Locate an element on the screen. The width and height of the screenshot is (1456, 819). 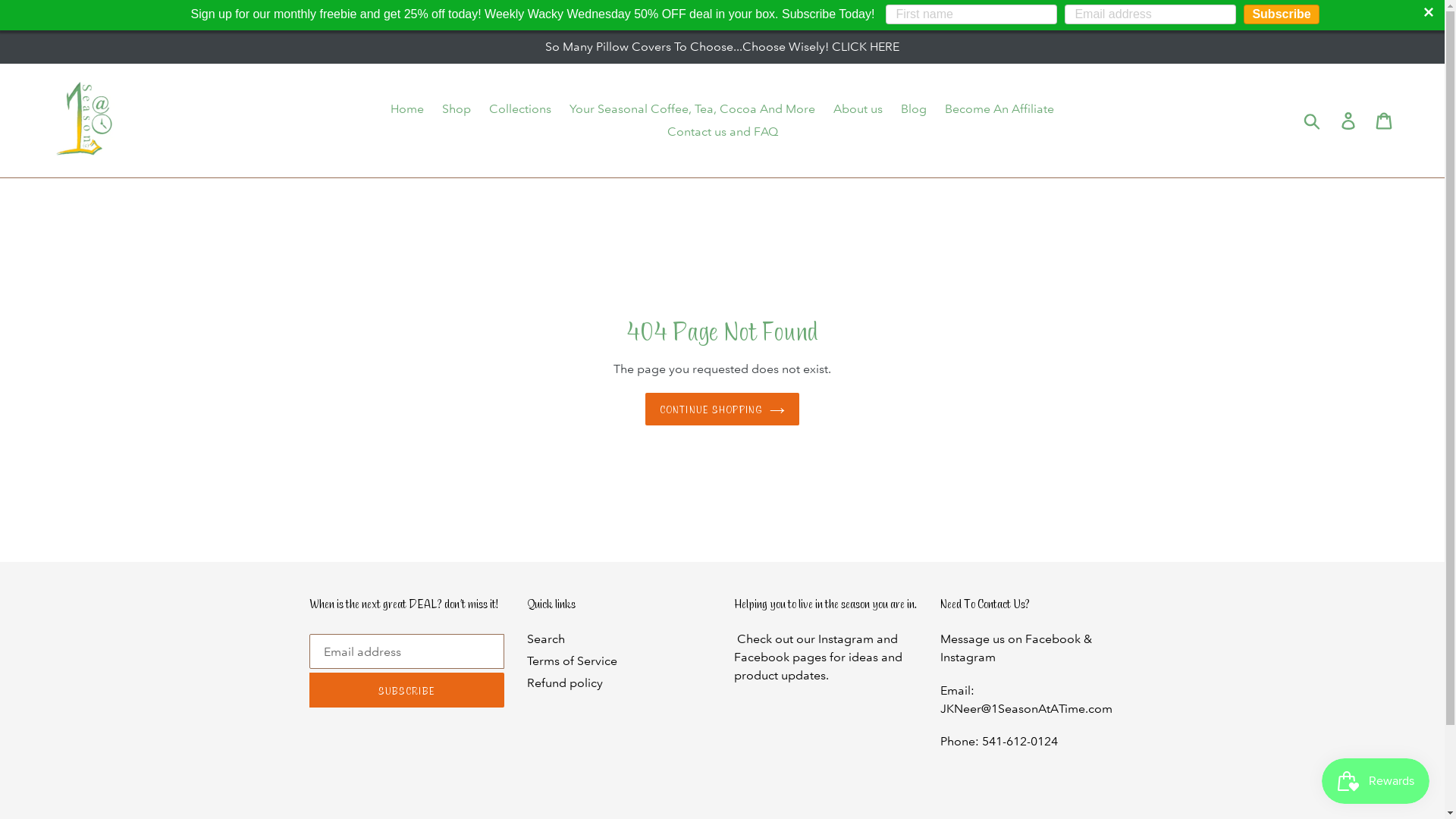
'Contact us and FAQ' is located at coordinates (722, 130).